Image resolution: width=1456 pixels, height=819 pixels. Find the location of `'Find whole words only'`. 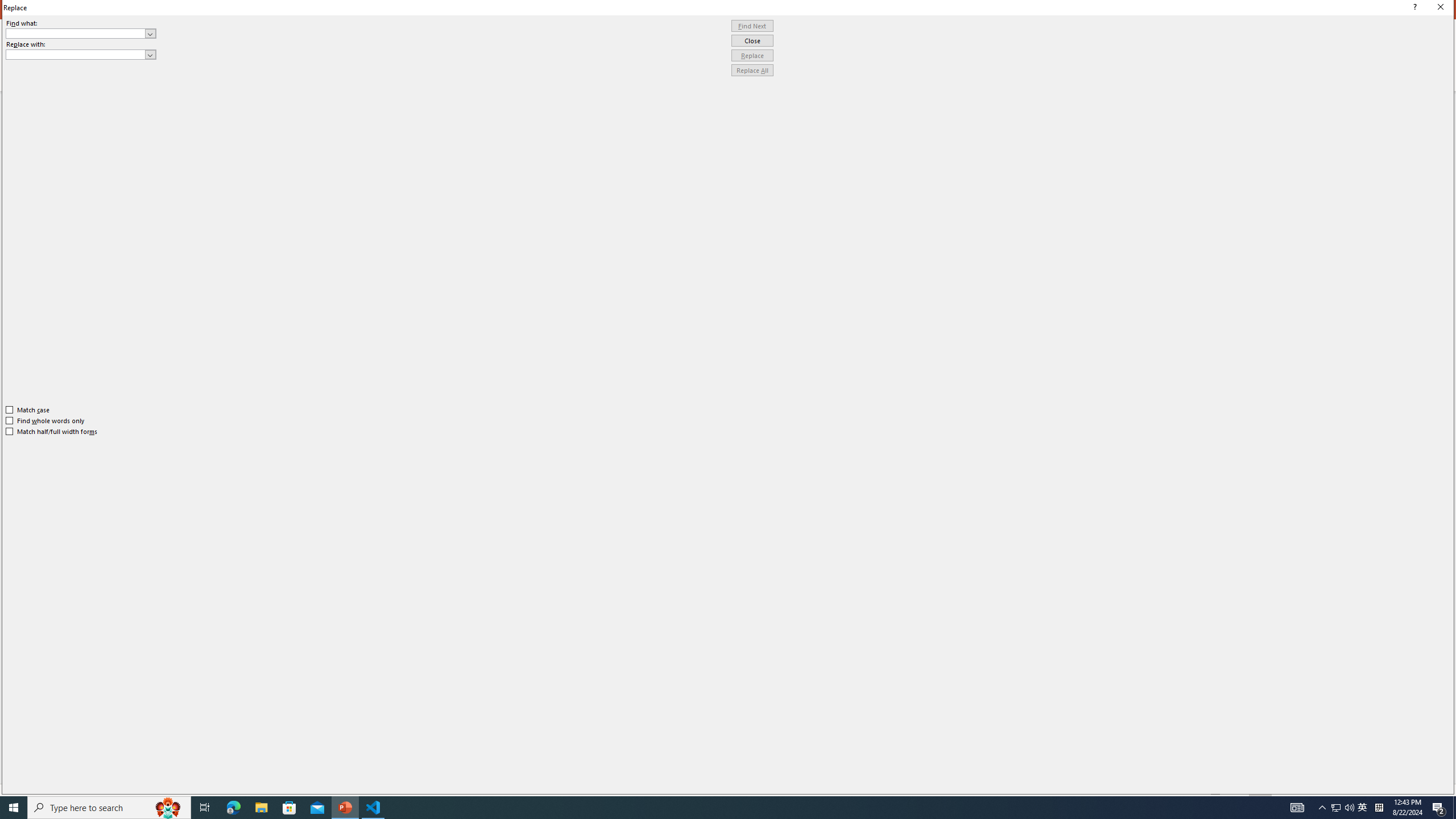

'Find whole words only' is located at coordinates (45, 420).